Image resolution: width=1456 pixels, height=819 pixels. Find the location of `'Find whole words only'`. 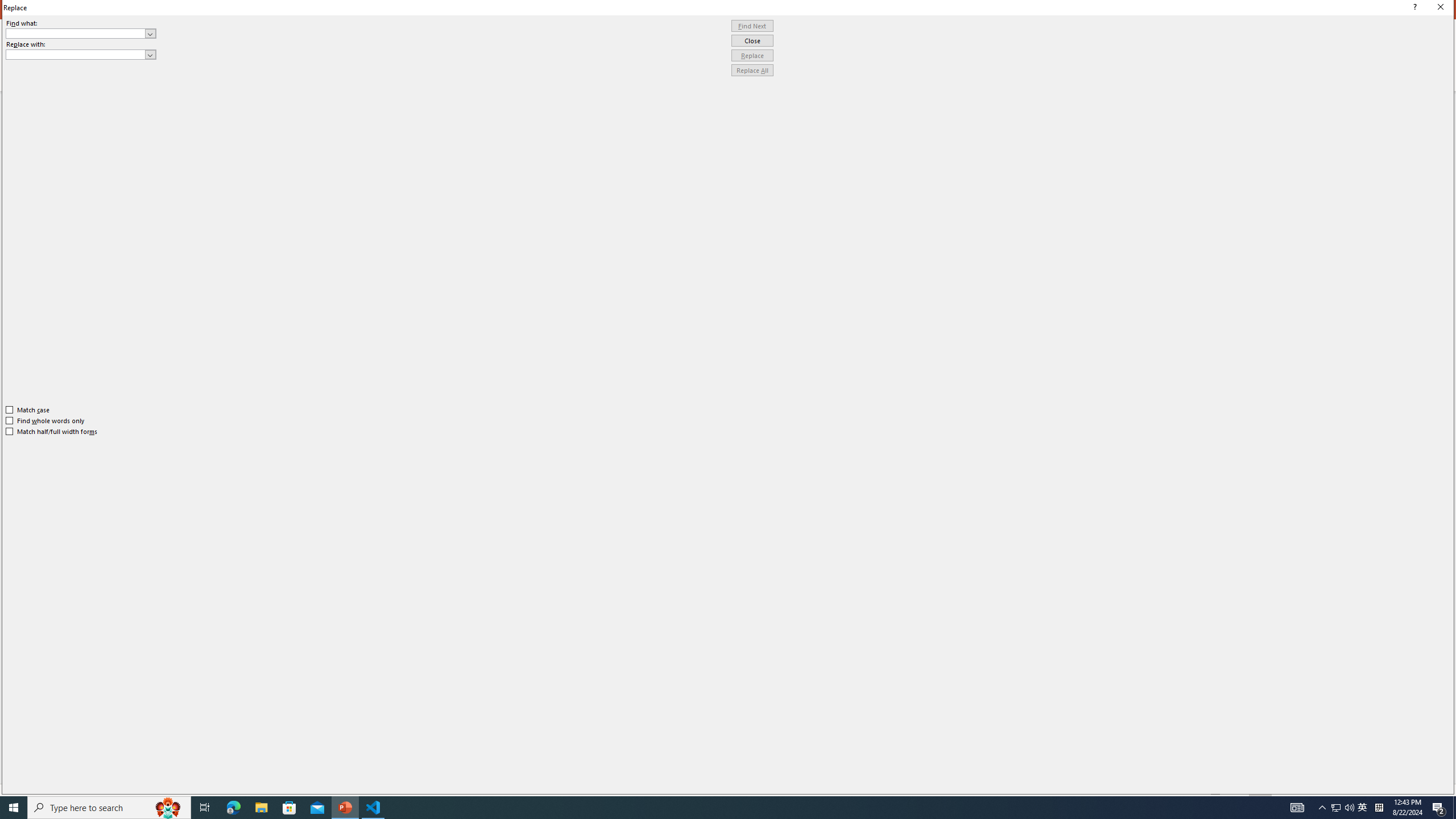

'Find whole words only' is located at coordinates (45, 420).